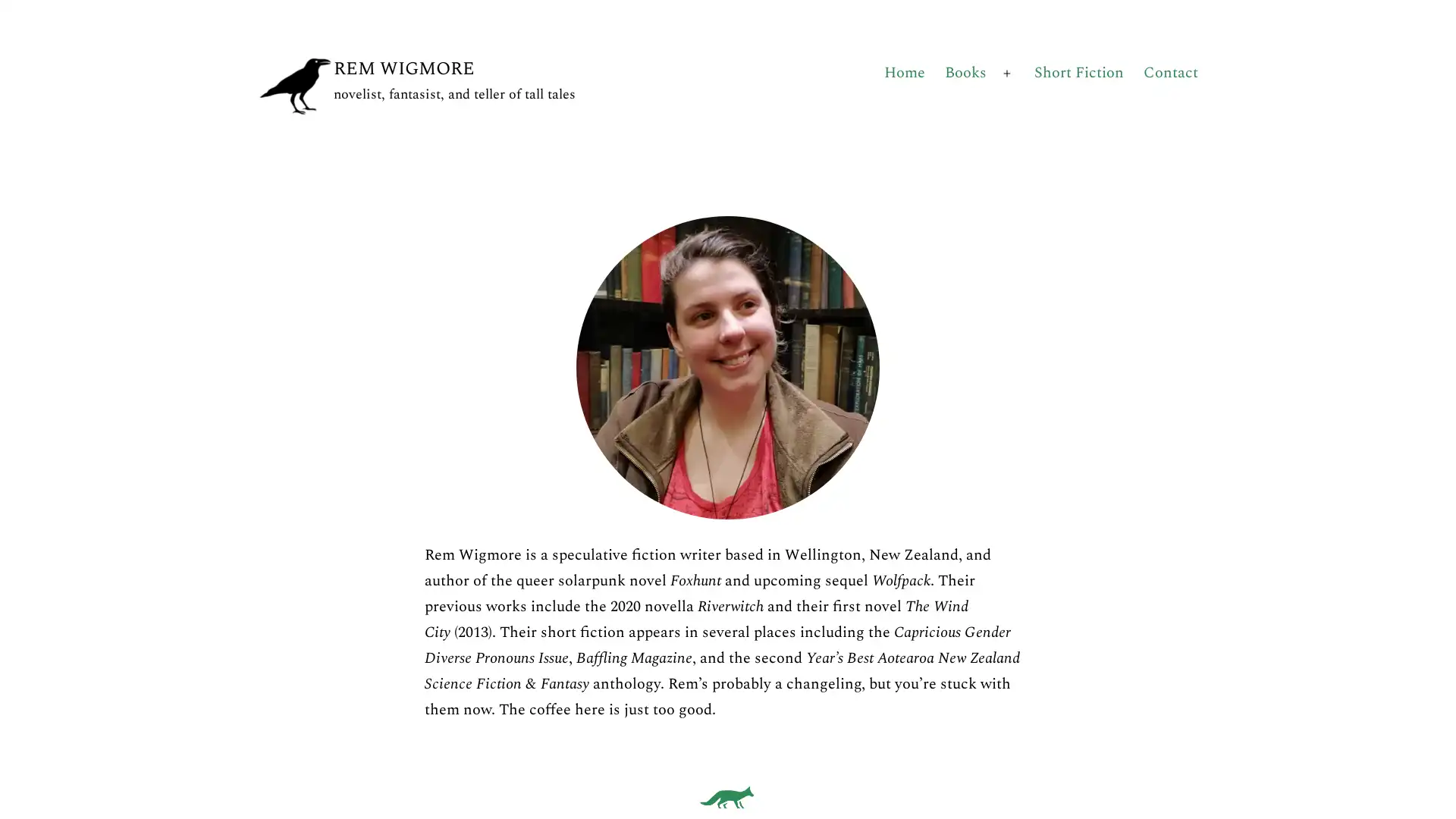  Describe the element at coordinates (1007, 73) in the screenshot. I see `Open menu` at that location.